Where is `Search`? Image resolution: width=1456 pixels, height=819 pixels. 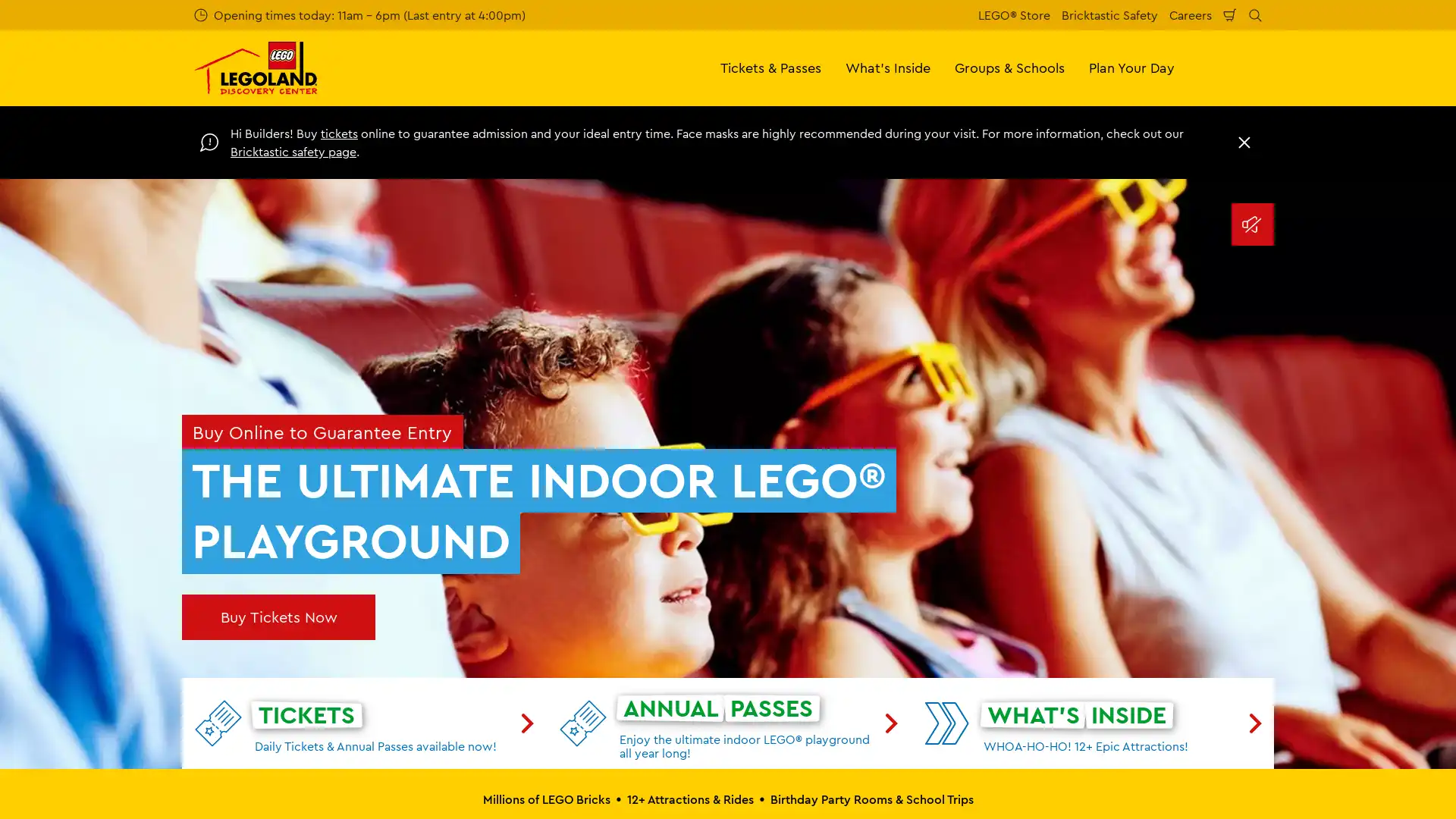
Search is located at coordinates (1255, 14).